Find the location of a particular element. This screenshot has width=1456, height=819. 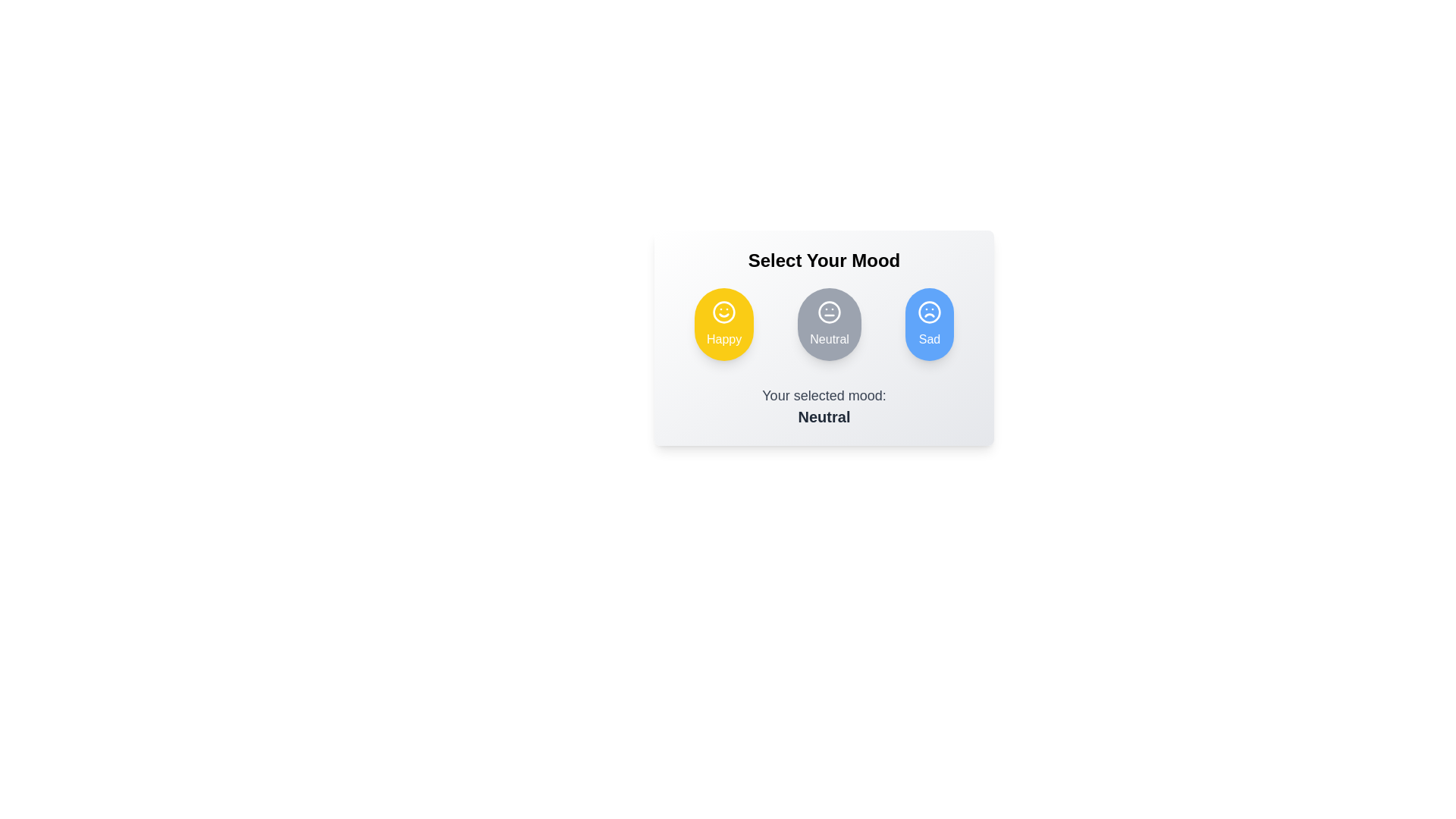

the Circle element that represents the outer ring of the face icon indicating a sad mood within the SVG graphic of the 'Sad' button is located at coordinates (928, 312).